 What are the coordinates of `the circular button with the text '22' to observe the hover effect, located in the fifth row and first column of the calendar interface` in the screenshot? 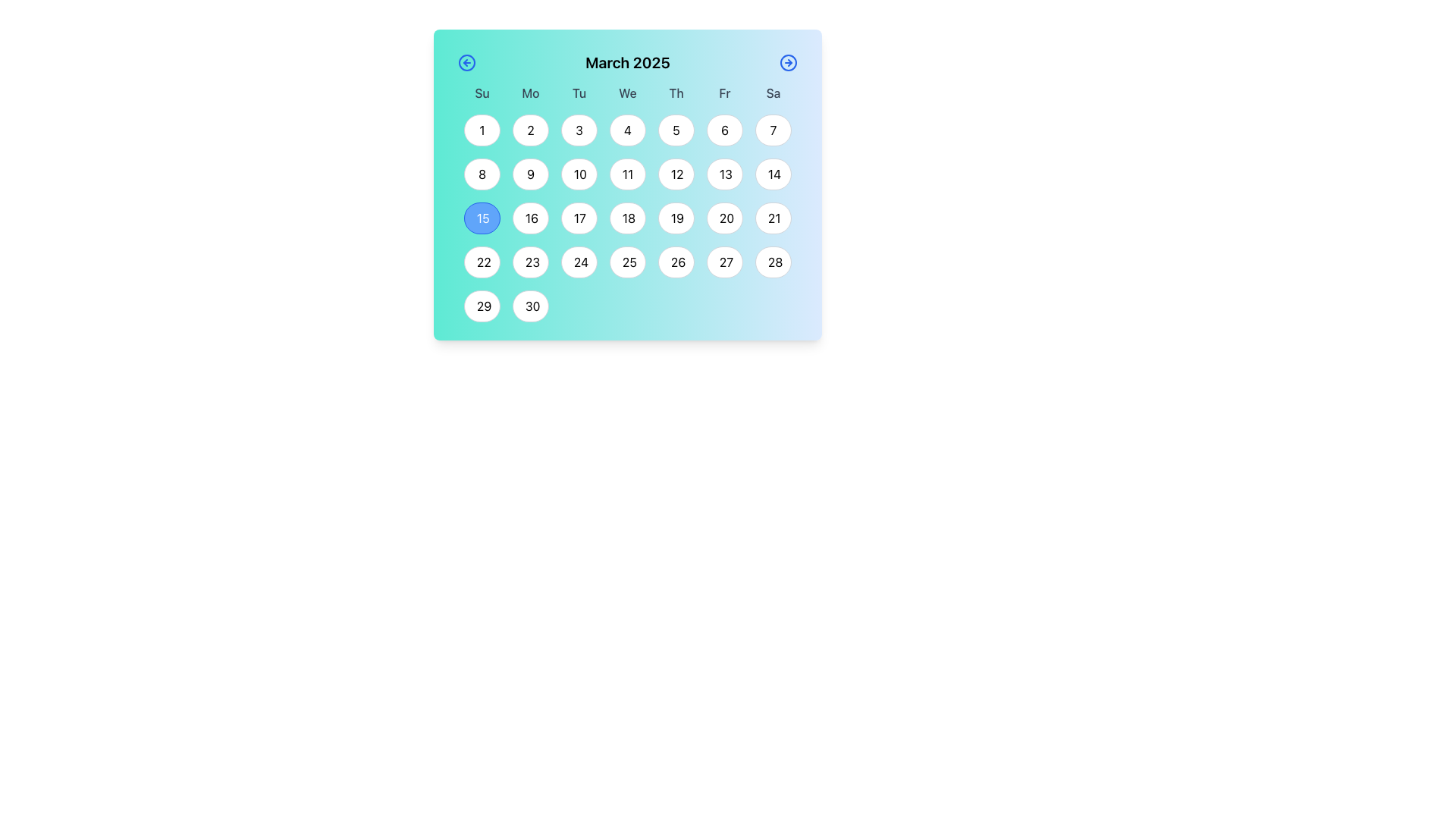 It's located at (481, 262).